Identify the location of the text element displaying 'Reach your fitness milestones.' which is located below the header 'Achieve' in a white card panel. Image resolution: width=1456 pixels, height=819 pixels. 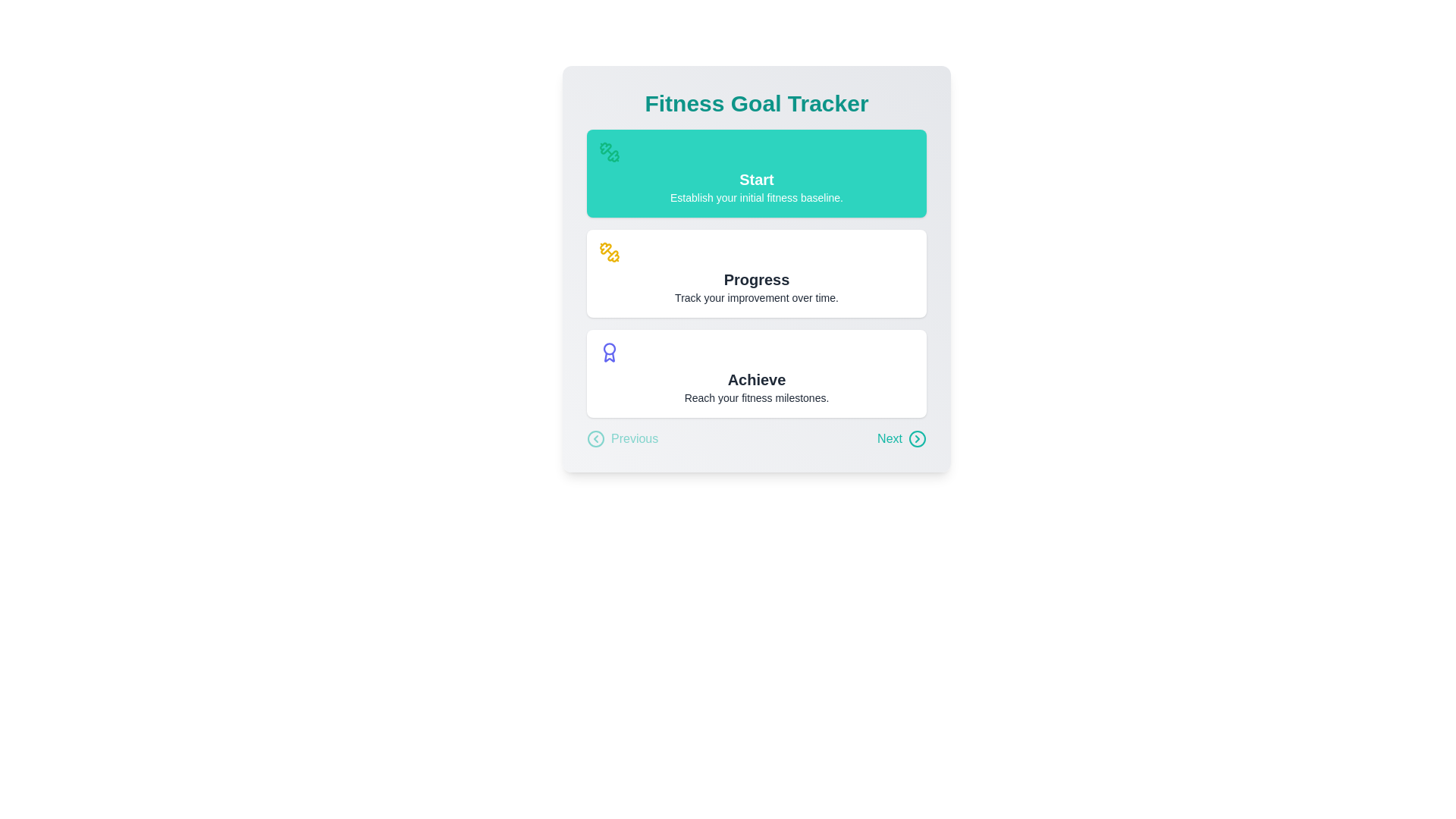
(757, 397).